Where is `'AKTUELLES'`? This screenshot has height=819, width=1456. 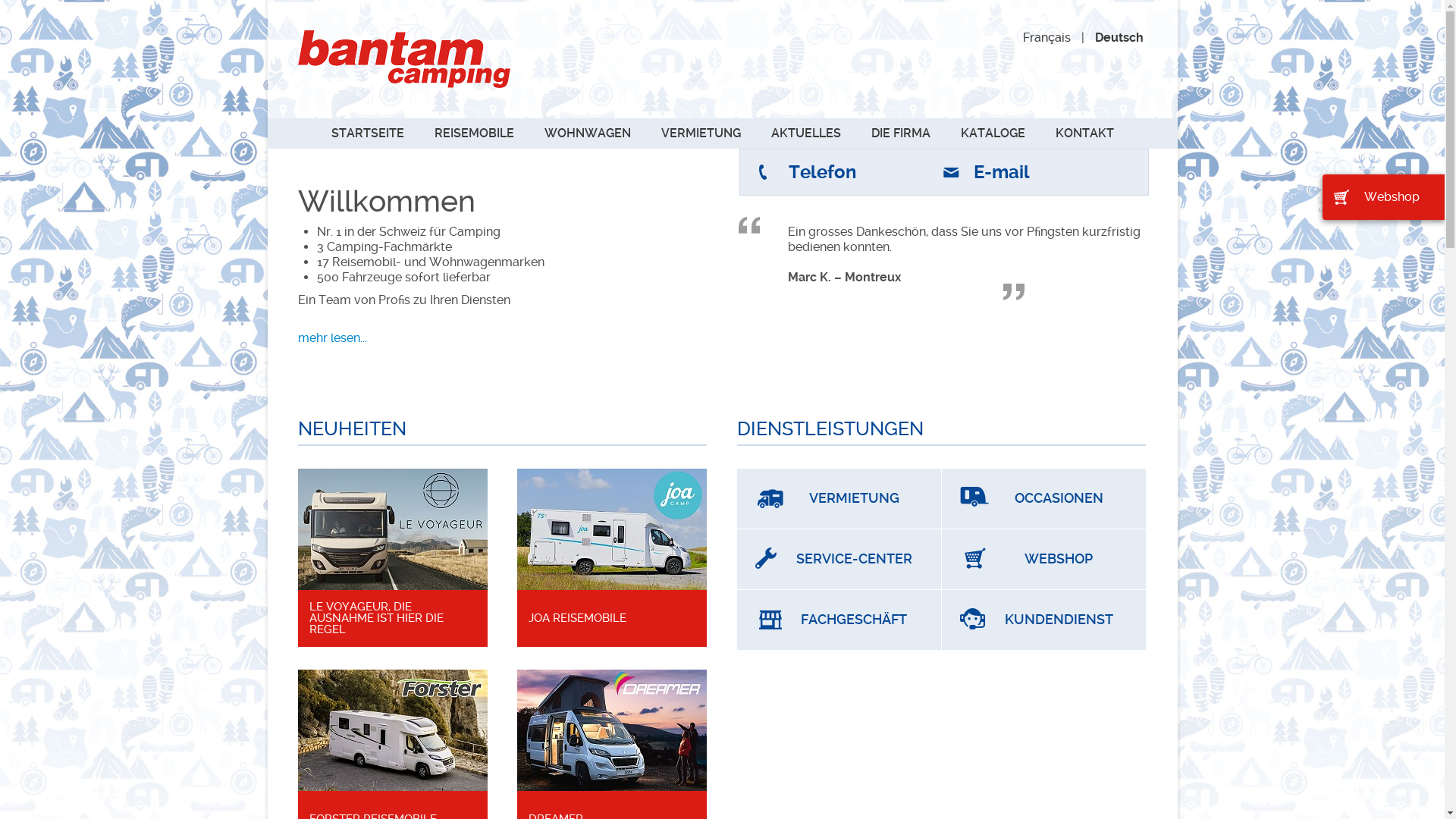 'AKTUELLES' is located at coordinates (804, 133).